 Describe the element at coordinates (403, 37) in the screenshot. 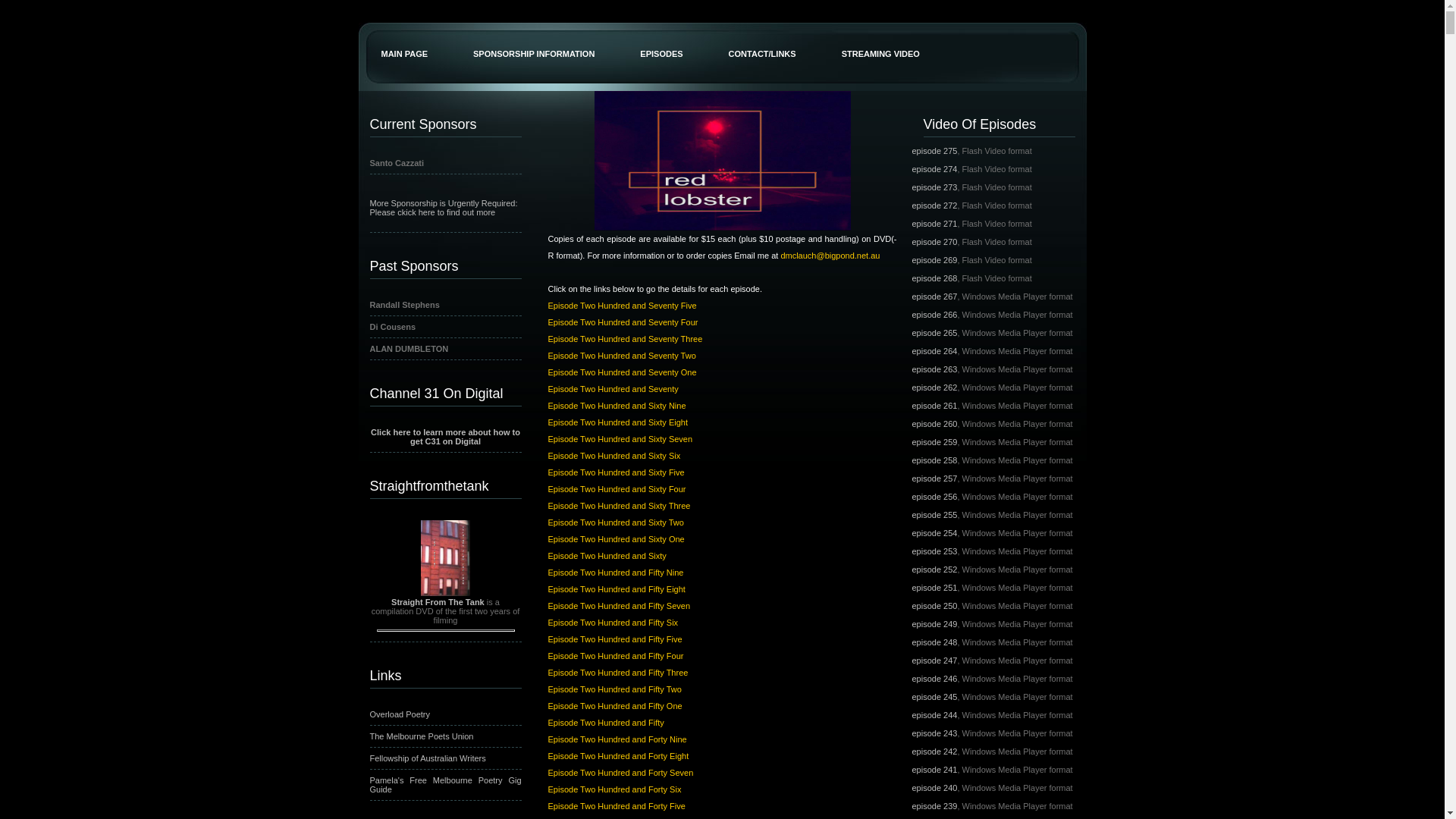

I see `'MAIN PAGE'` at that location.